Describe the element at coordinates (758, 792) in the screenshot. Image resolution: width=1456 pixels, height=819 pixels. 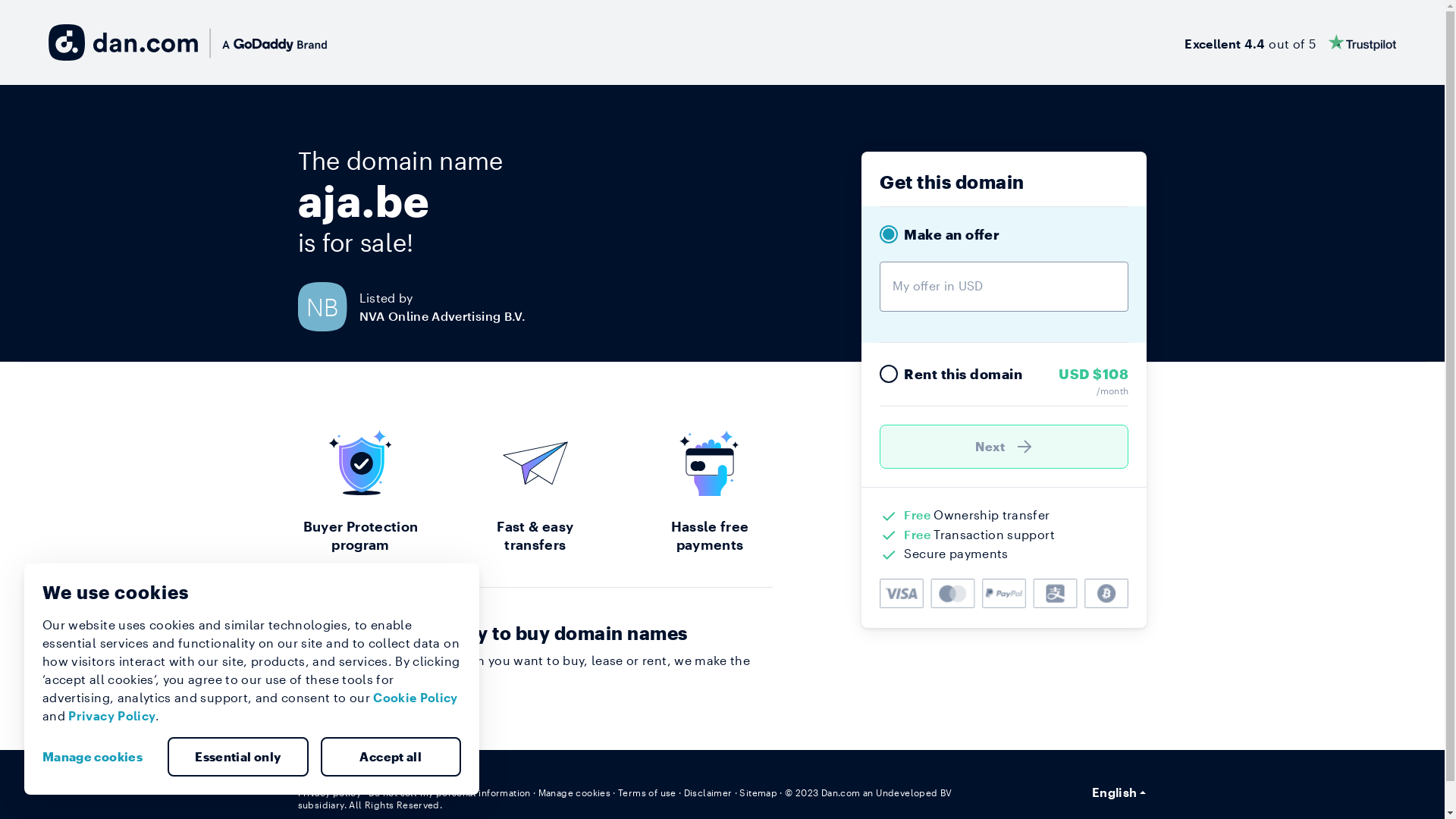
I see `'Sitemap'` at that location.